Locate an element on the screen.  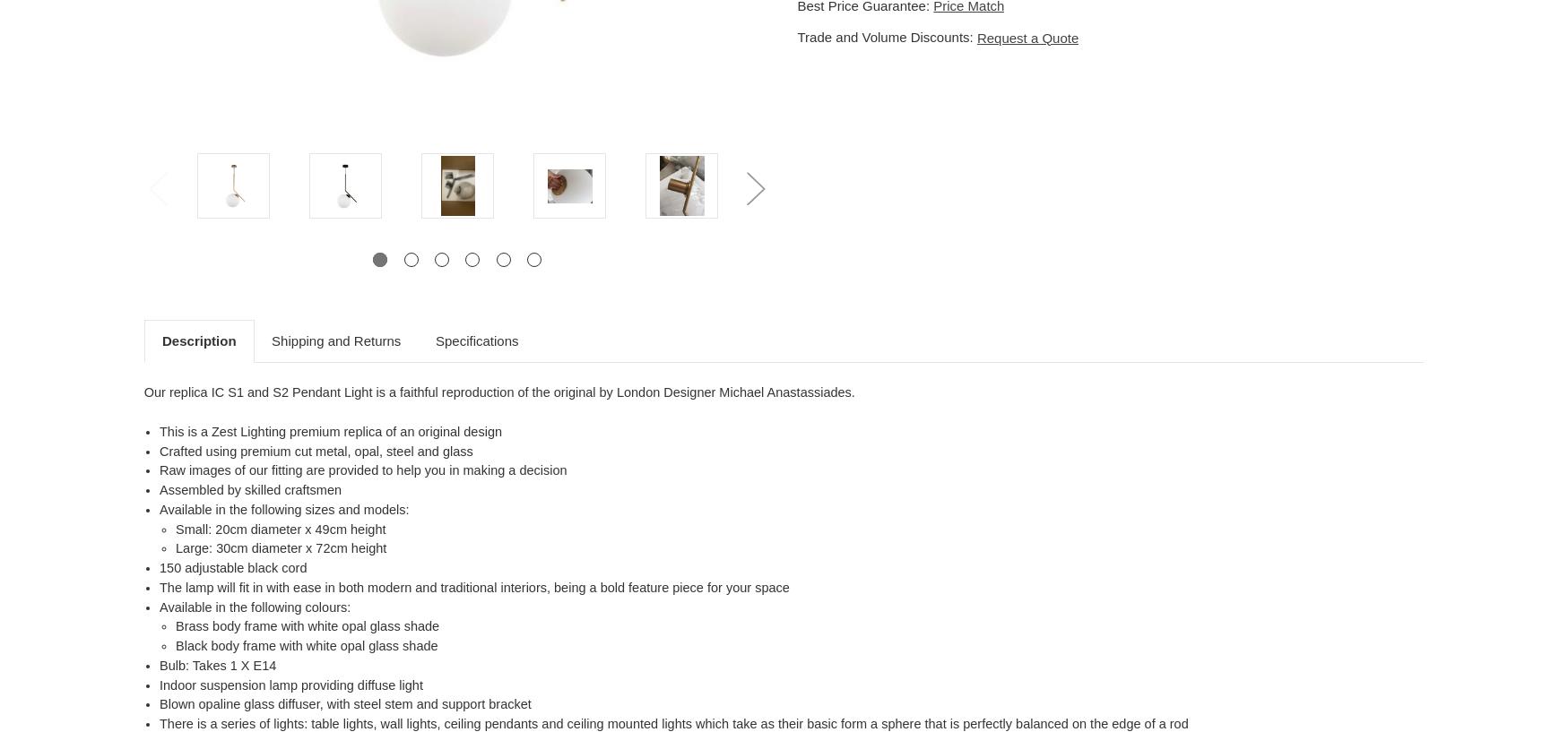
'Large: 3' is located at coordinates (199, 548).